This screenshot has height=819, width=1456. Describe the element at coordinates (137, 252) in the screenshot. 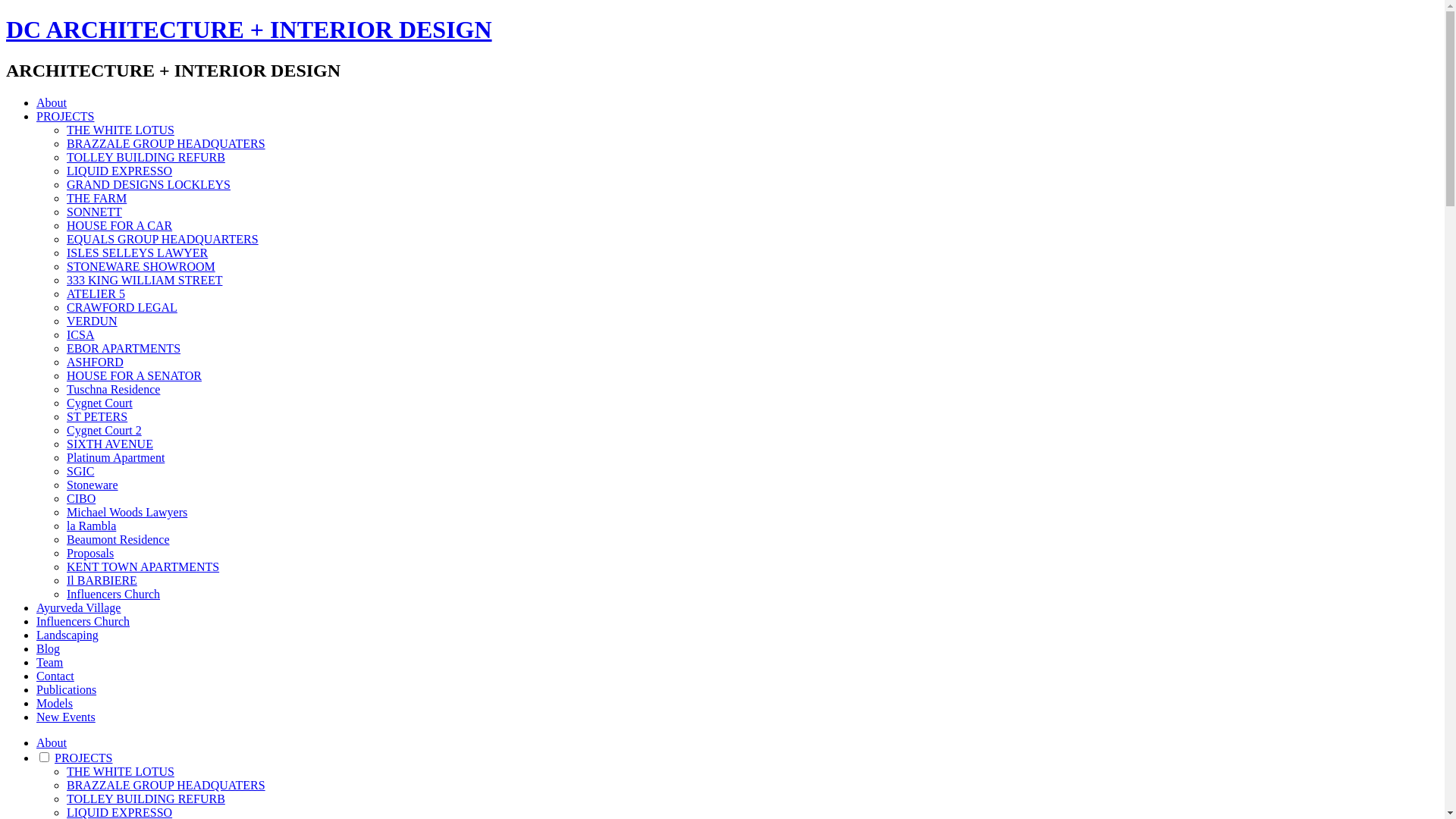

I see `'ISLES SELLEYS LAWYER'` at that location.